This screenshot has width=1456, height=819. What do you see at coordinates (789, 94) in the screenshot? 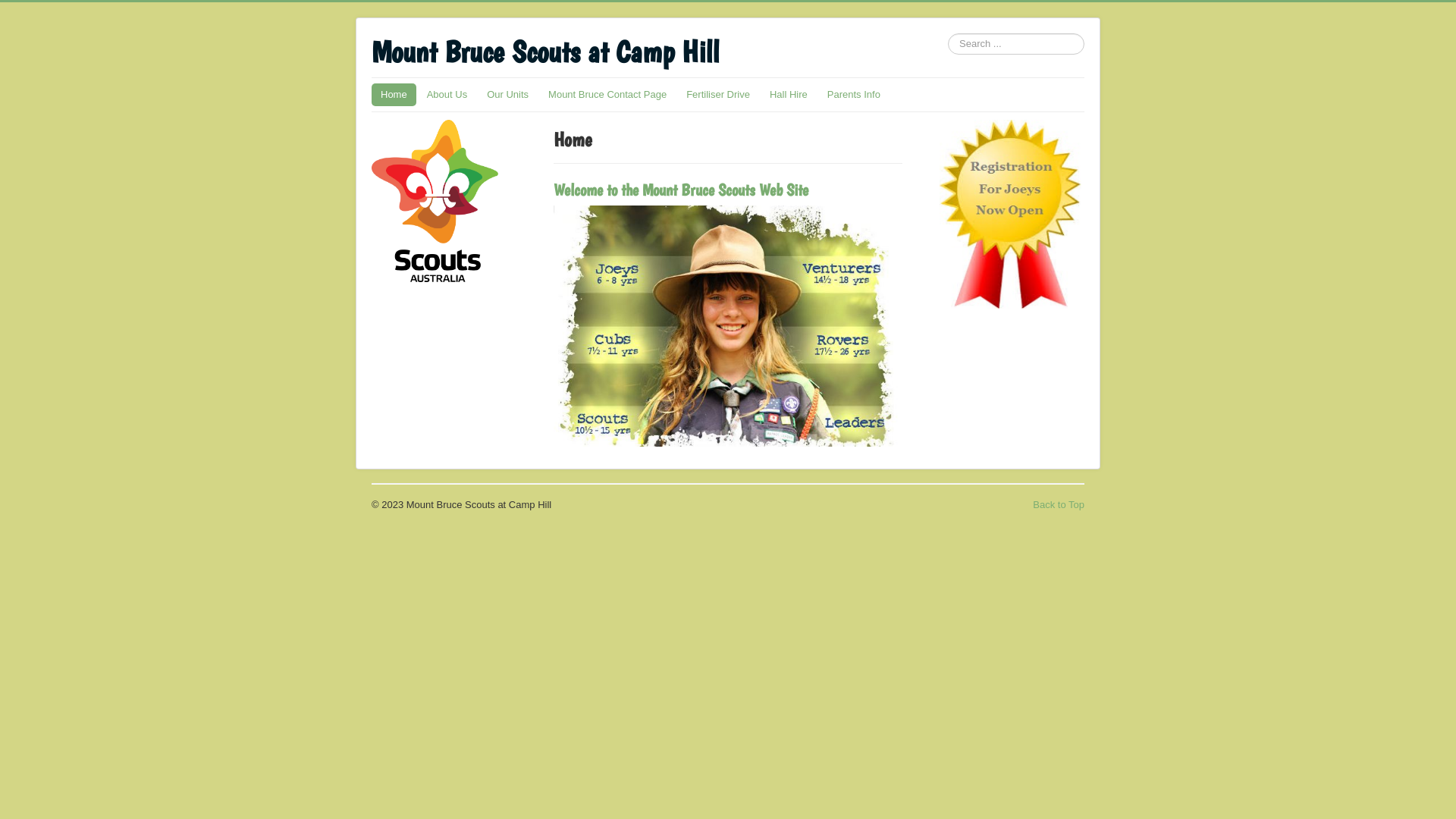
I see `'Hall Hire'` at bounding box center [789, 94].